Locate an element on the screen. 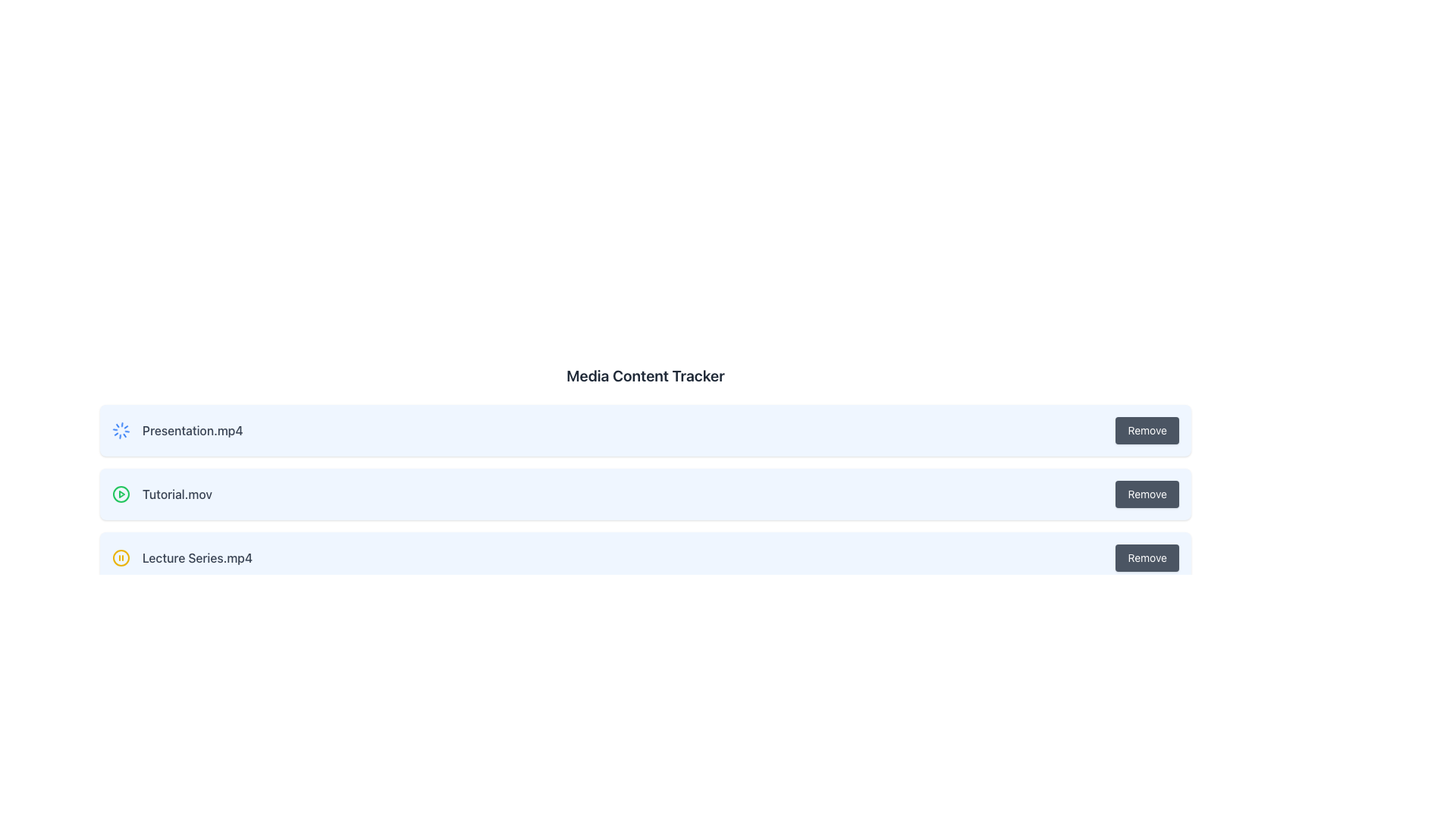  the text label displaying 'Presentation.mp4' in the first row of the media list, which is located between a spinning loader icon and a 'Remove' button is located at coordinates (192, 430).